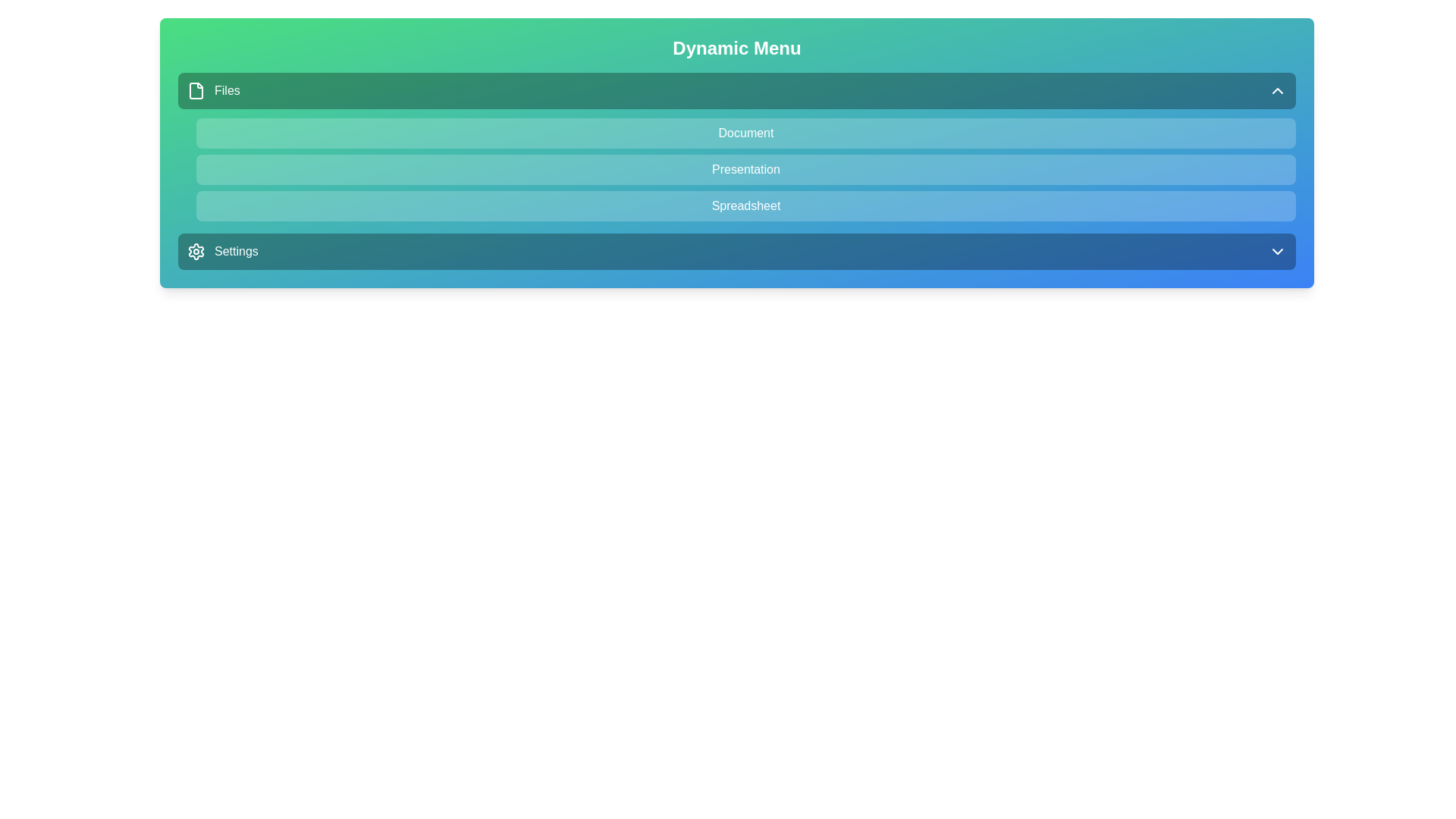 The width and height of the screenshot is (1456, 819). I want to click on the 'Document' menu item located directly below the 'Files' header in the vertical list of options, so click(745, 133).